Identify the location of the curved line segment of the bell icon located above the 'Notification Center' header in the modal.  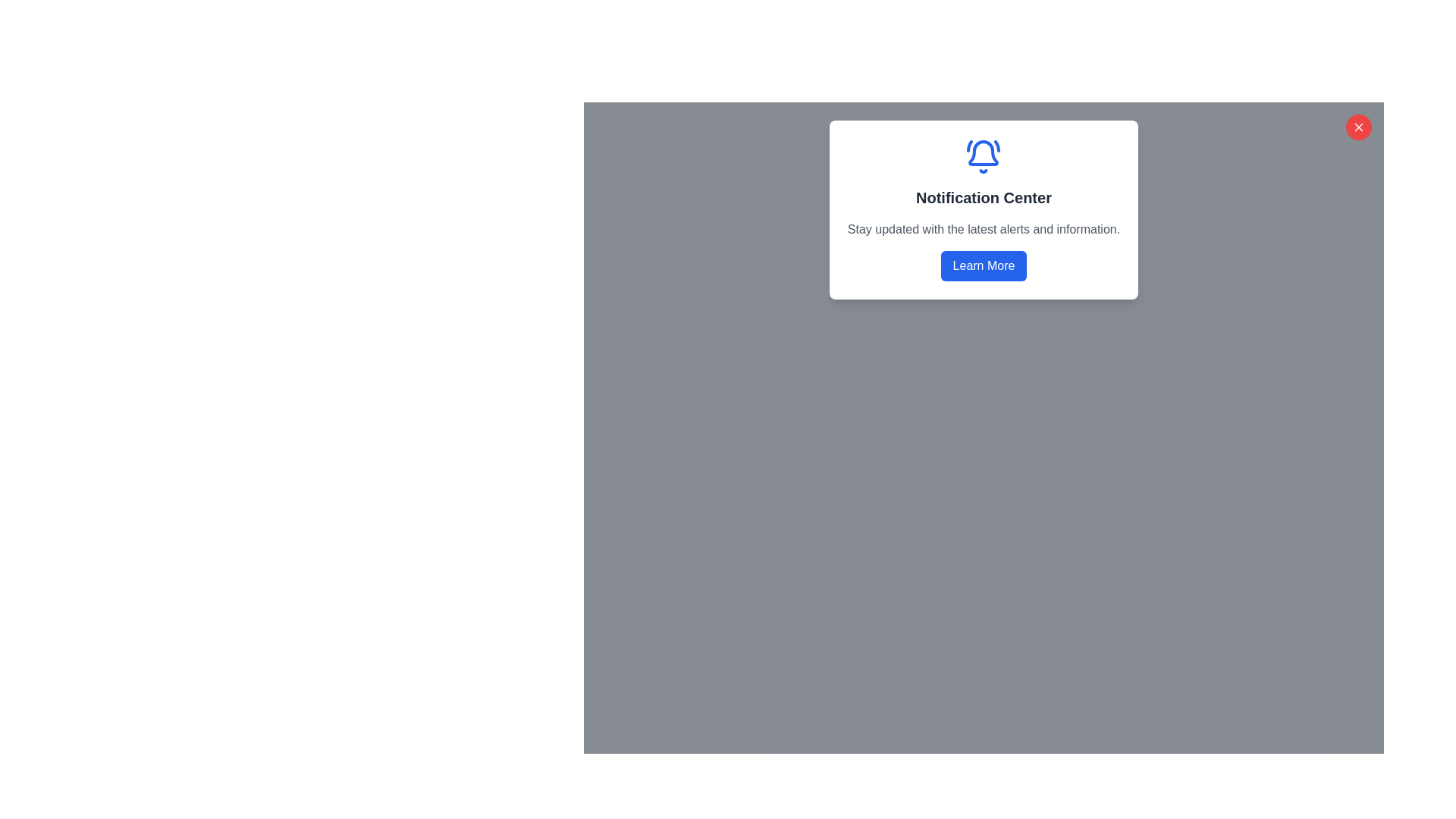
(997, 146).